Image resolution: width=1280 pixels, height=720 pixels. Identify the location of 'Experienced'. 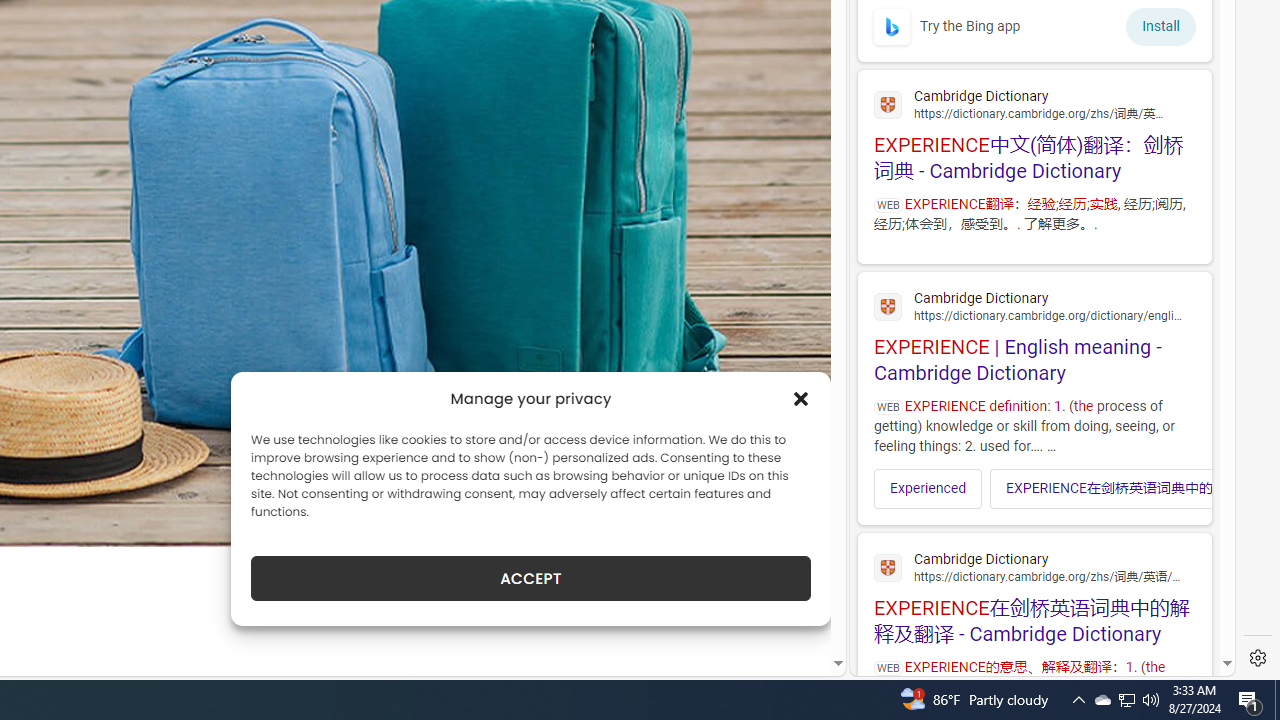
(927, 488).